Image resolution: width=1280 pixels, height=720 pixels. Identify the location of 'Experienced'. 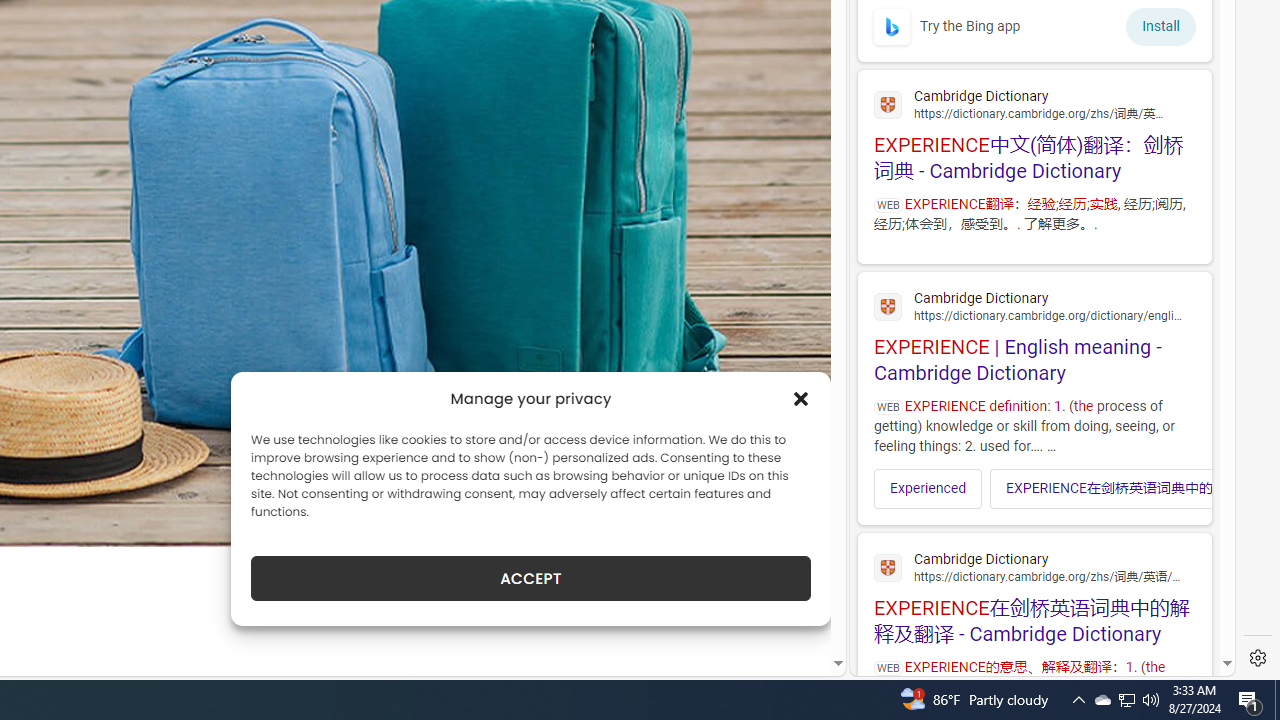
(927, 488).